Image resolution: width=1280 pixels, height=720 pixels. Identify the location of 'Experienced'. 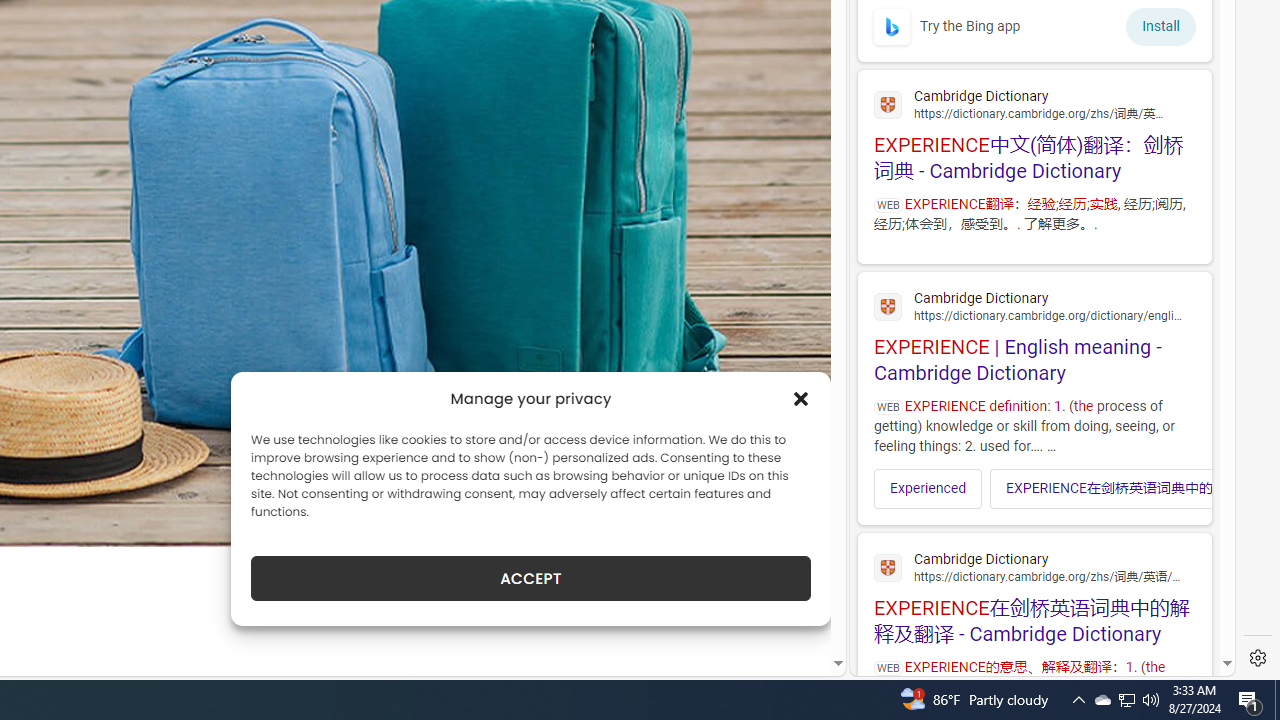
(927, 488).